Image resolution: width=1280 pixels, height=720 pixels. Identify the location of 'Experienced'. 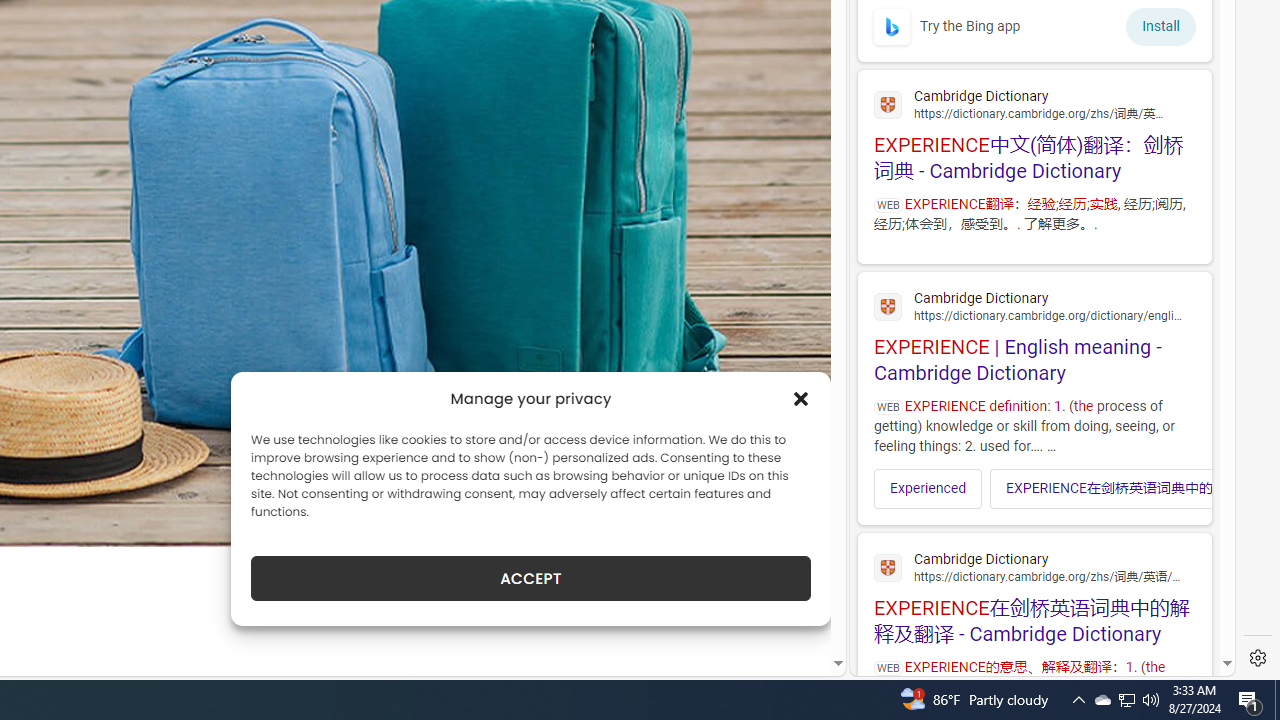
(927, 488).